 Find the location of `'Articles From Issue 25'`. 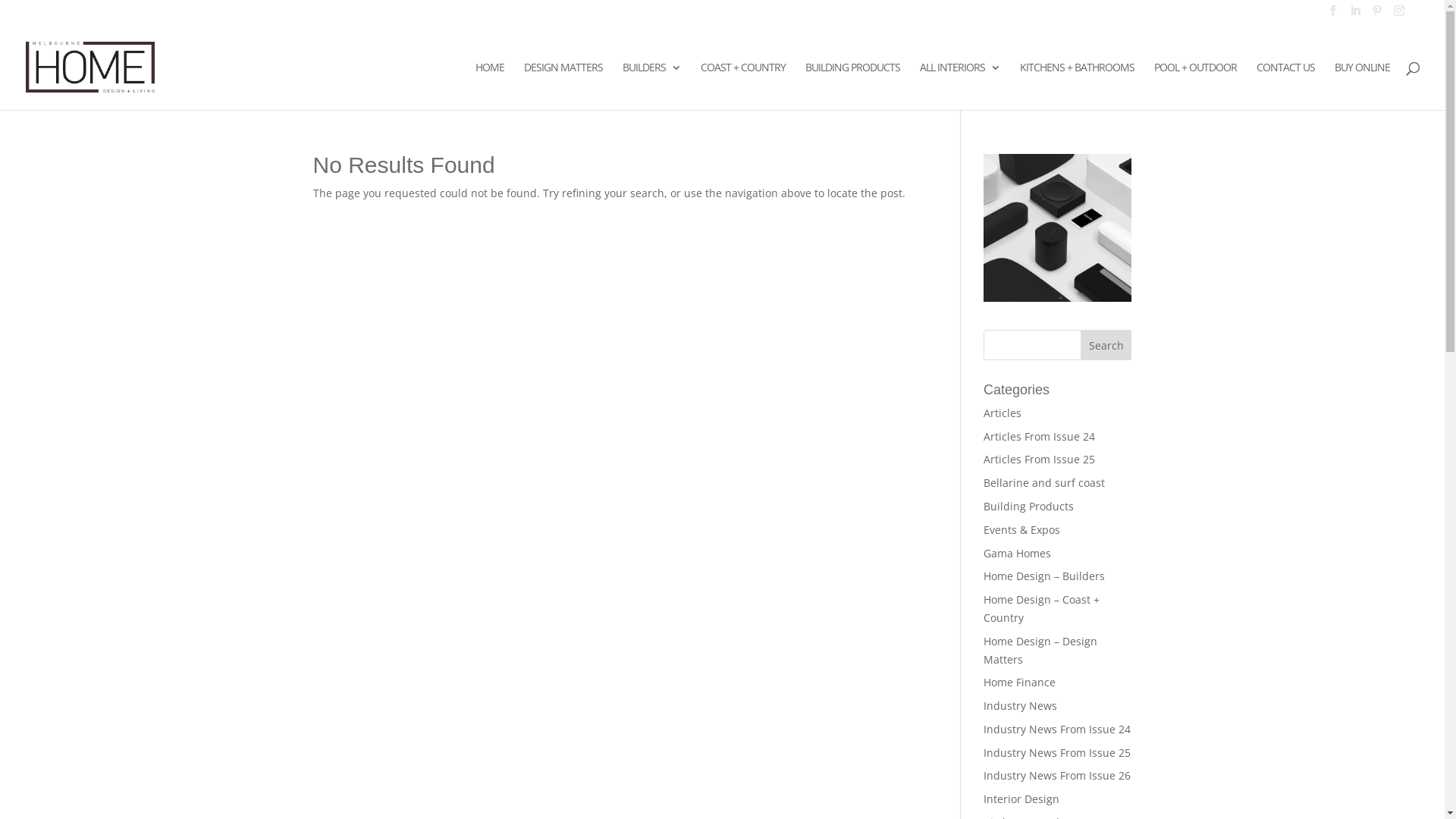

'Articles From Issue 25' is located at coordinates (1038, 458).